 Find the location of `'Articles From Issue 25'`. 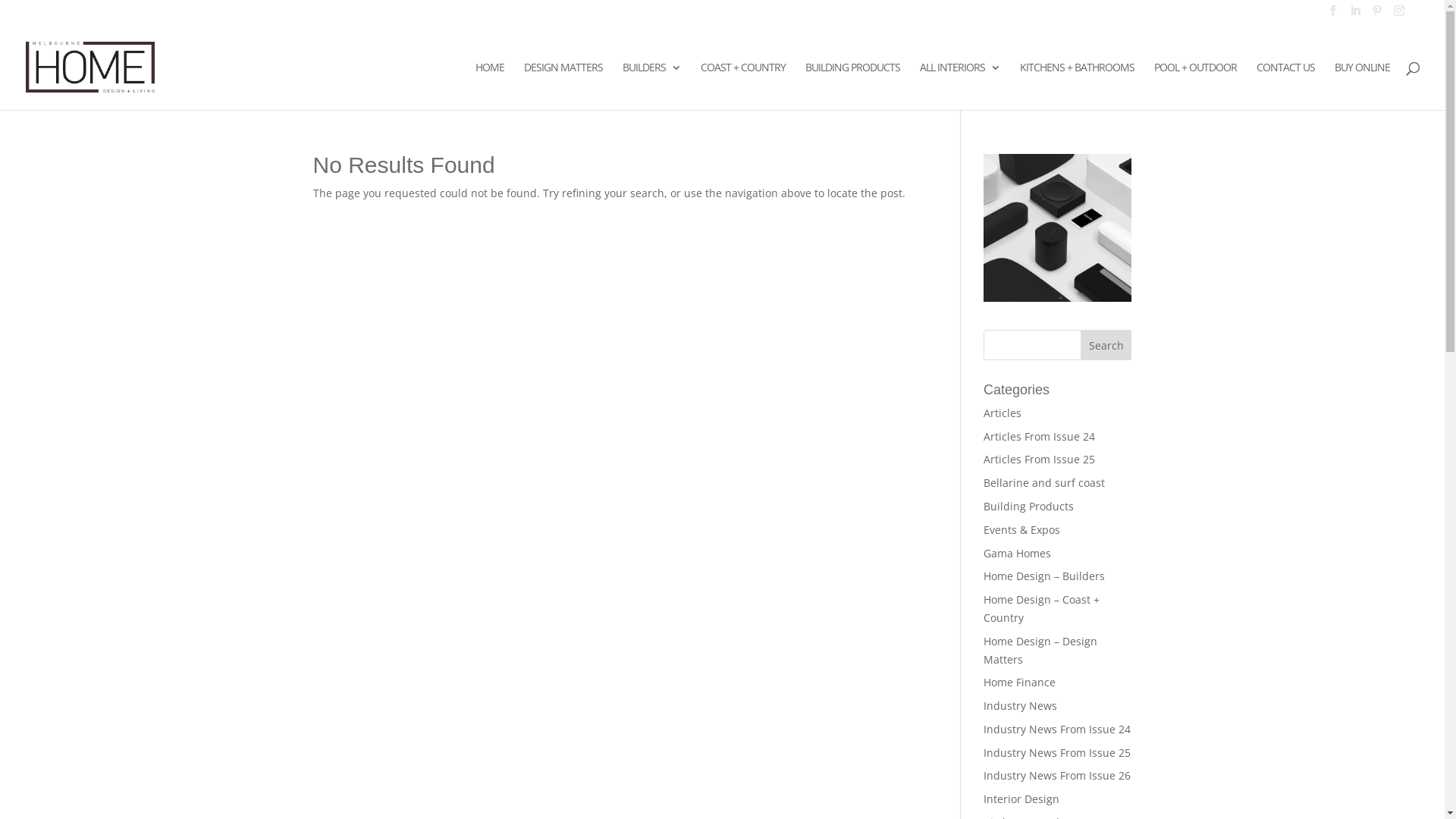

'Articles From Issue 25' is located at coordinates (1038, 458).